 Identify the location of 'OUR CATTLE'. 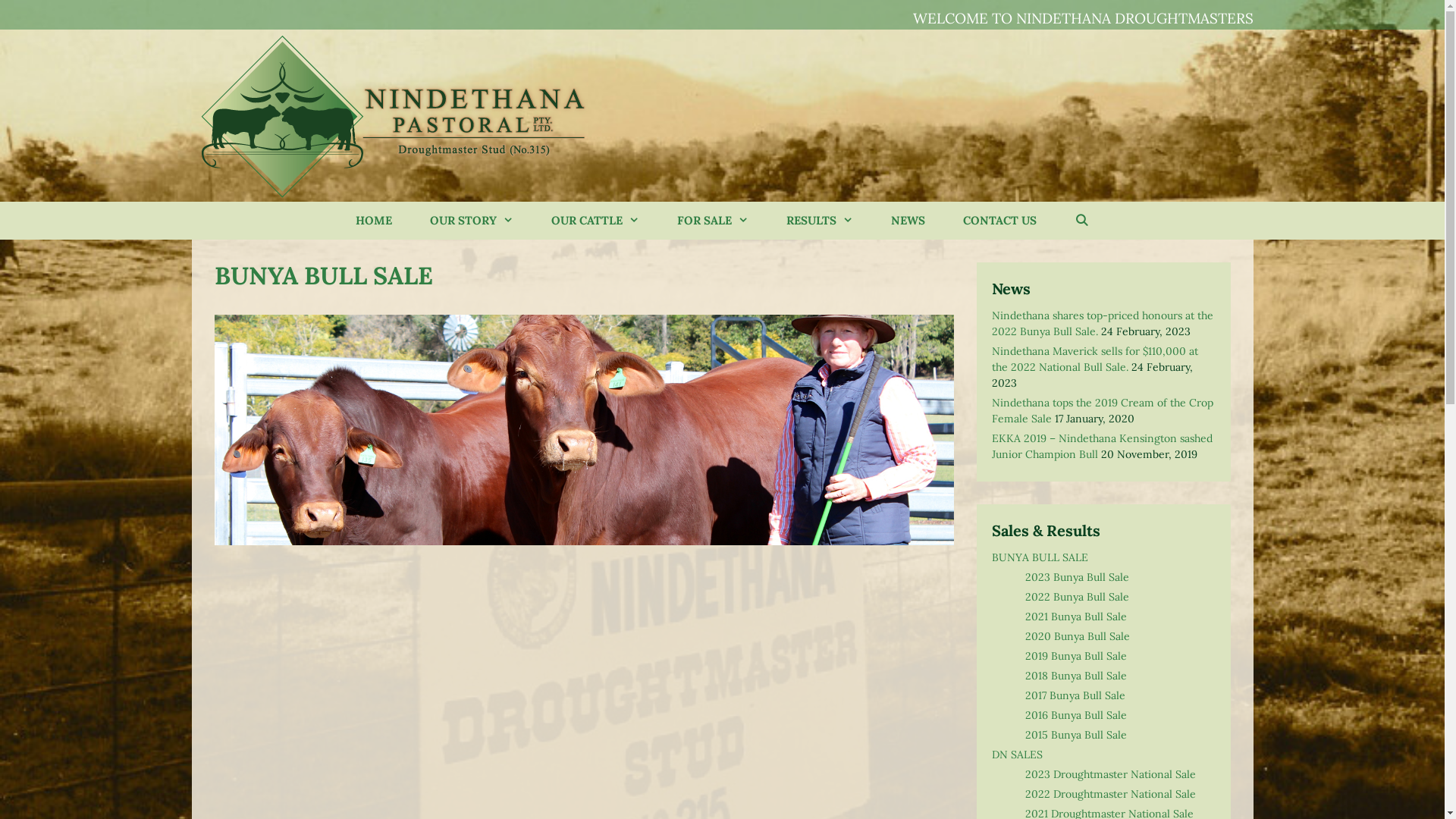
(595, 220).